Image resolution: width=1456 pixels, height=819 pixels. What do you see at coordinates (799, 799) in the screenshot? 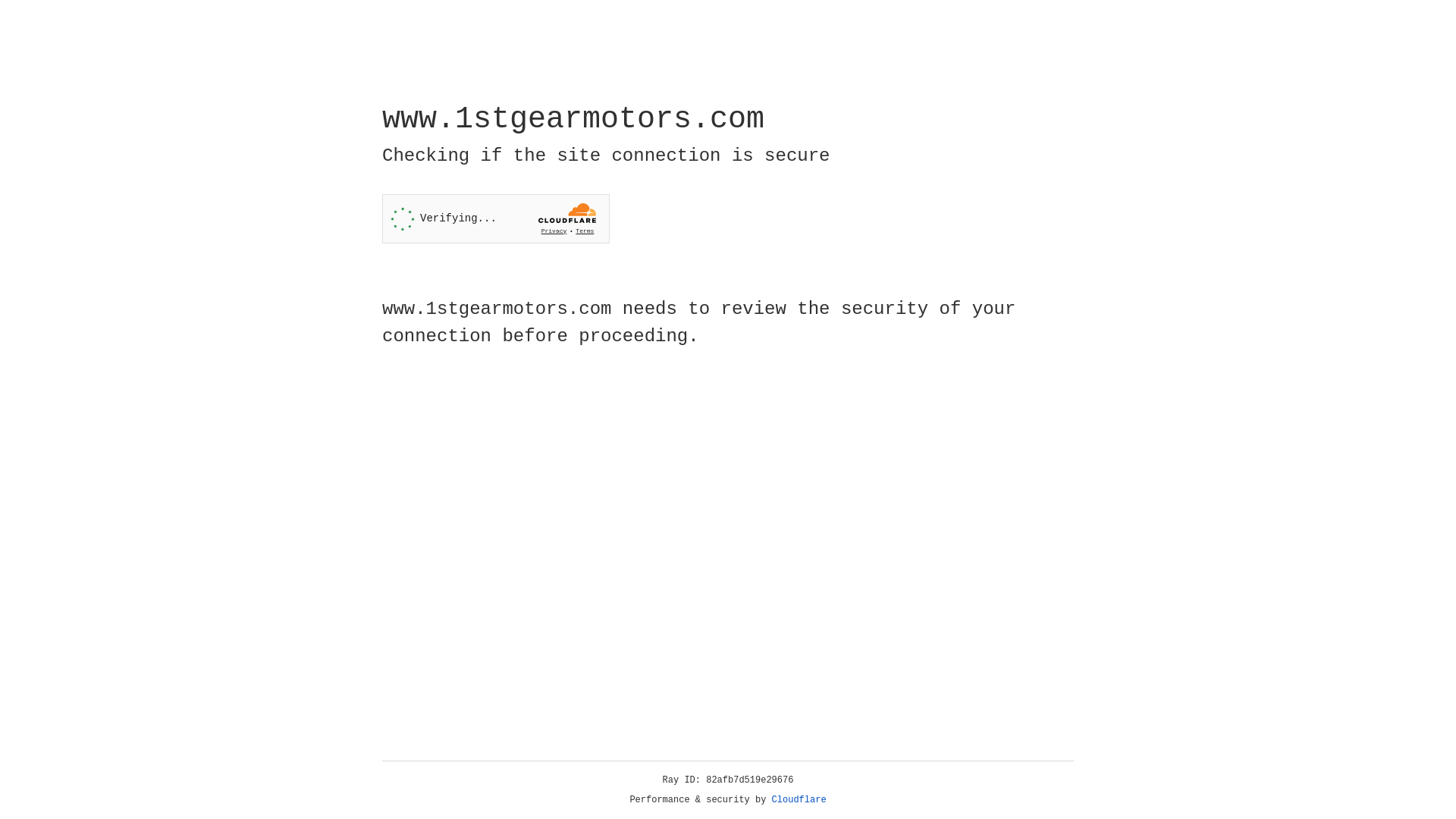
I see `'Cloudflare'` at bounding box center [799, 799].